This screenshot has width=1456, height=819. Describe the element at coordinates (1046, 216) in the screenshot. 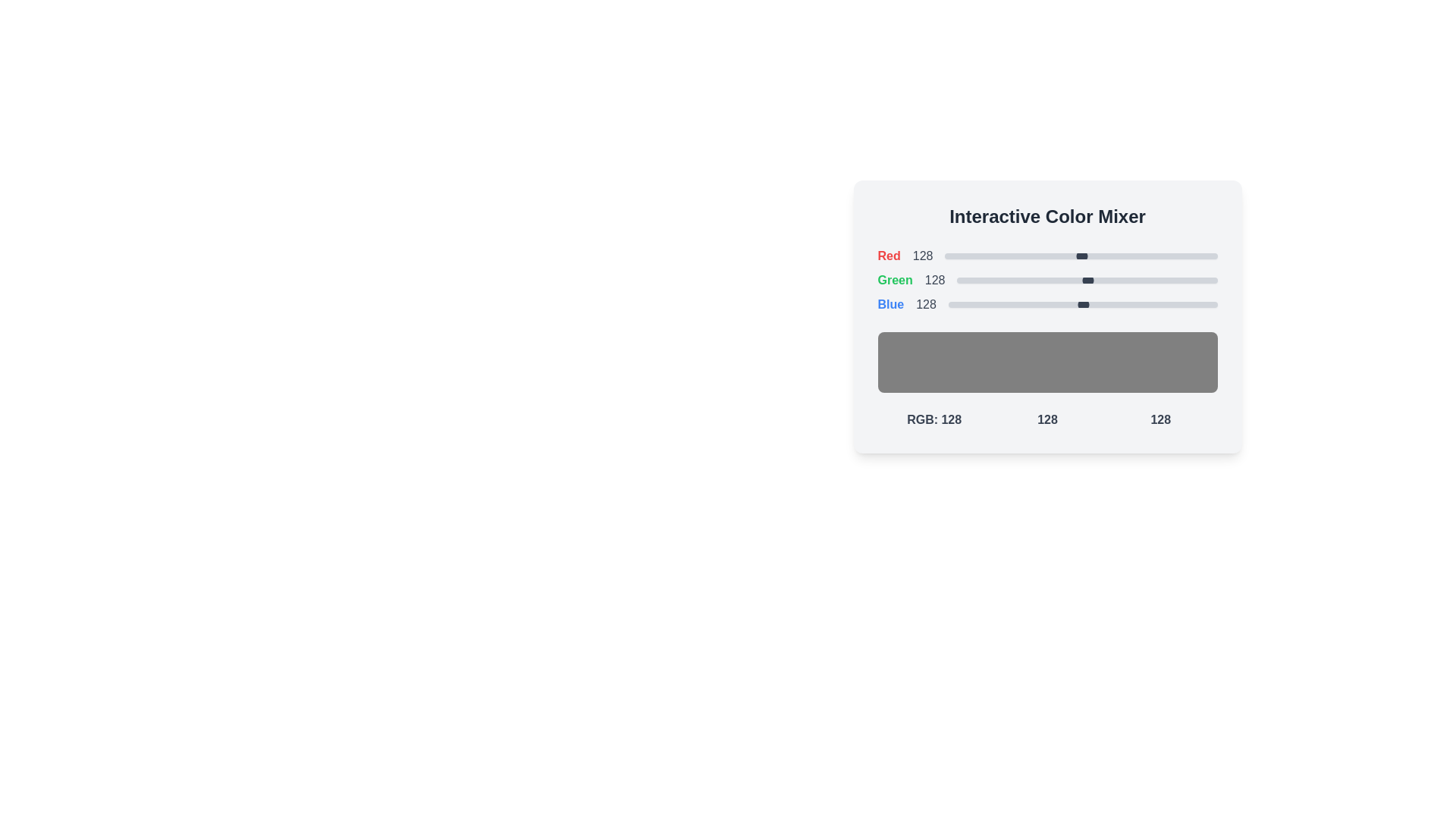

I see `the Text Label that serves as a header or title, located above the RGB sliders and display outputs` at that location.